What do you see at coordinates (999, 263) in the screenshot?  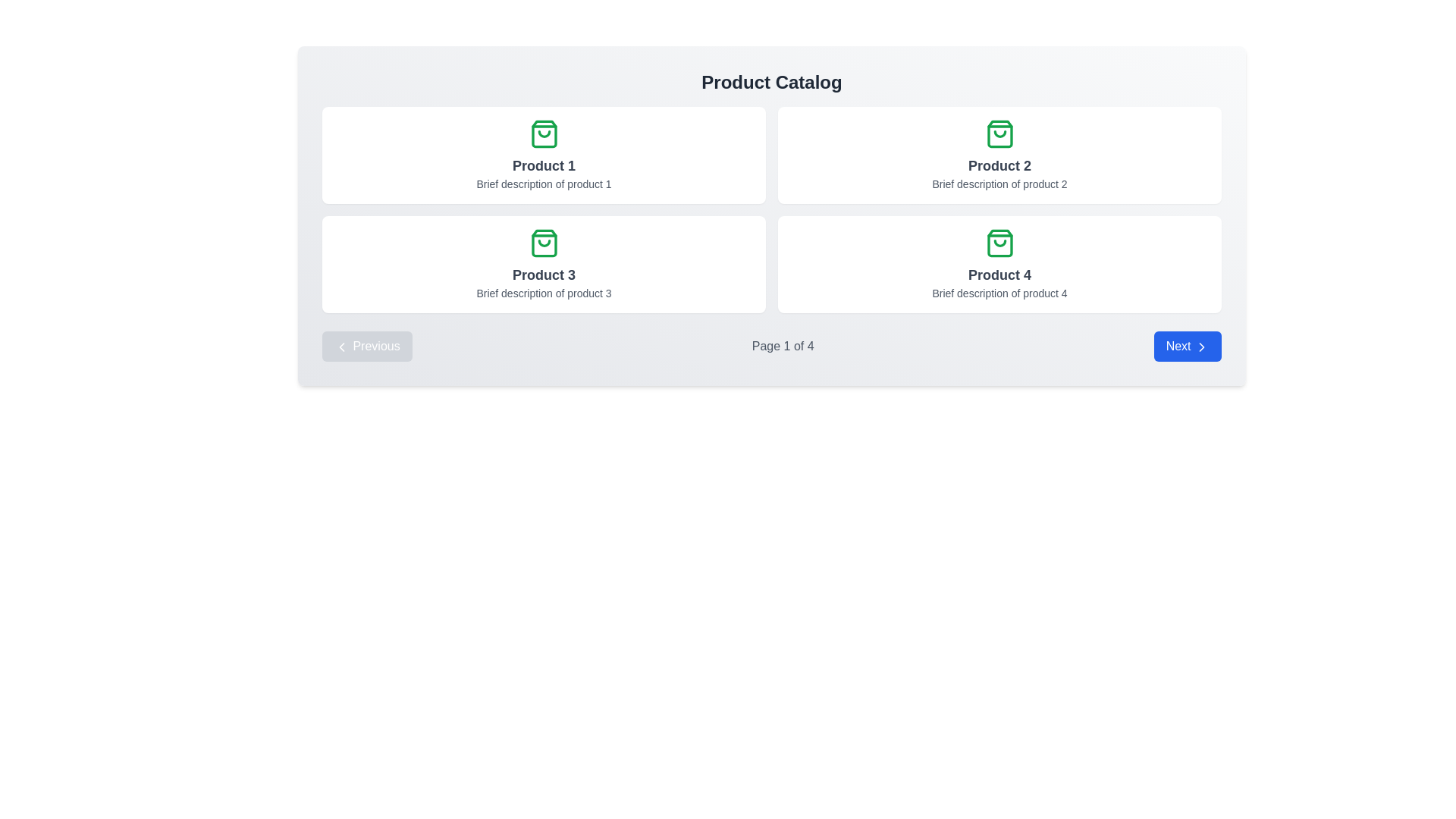 I see `the product card located in the bottom-right corner of the 2x2 grid layout` at bounding box center [999, 263].